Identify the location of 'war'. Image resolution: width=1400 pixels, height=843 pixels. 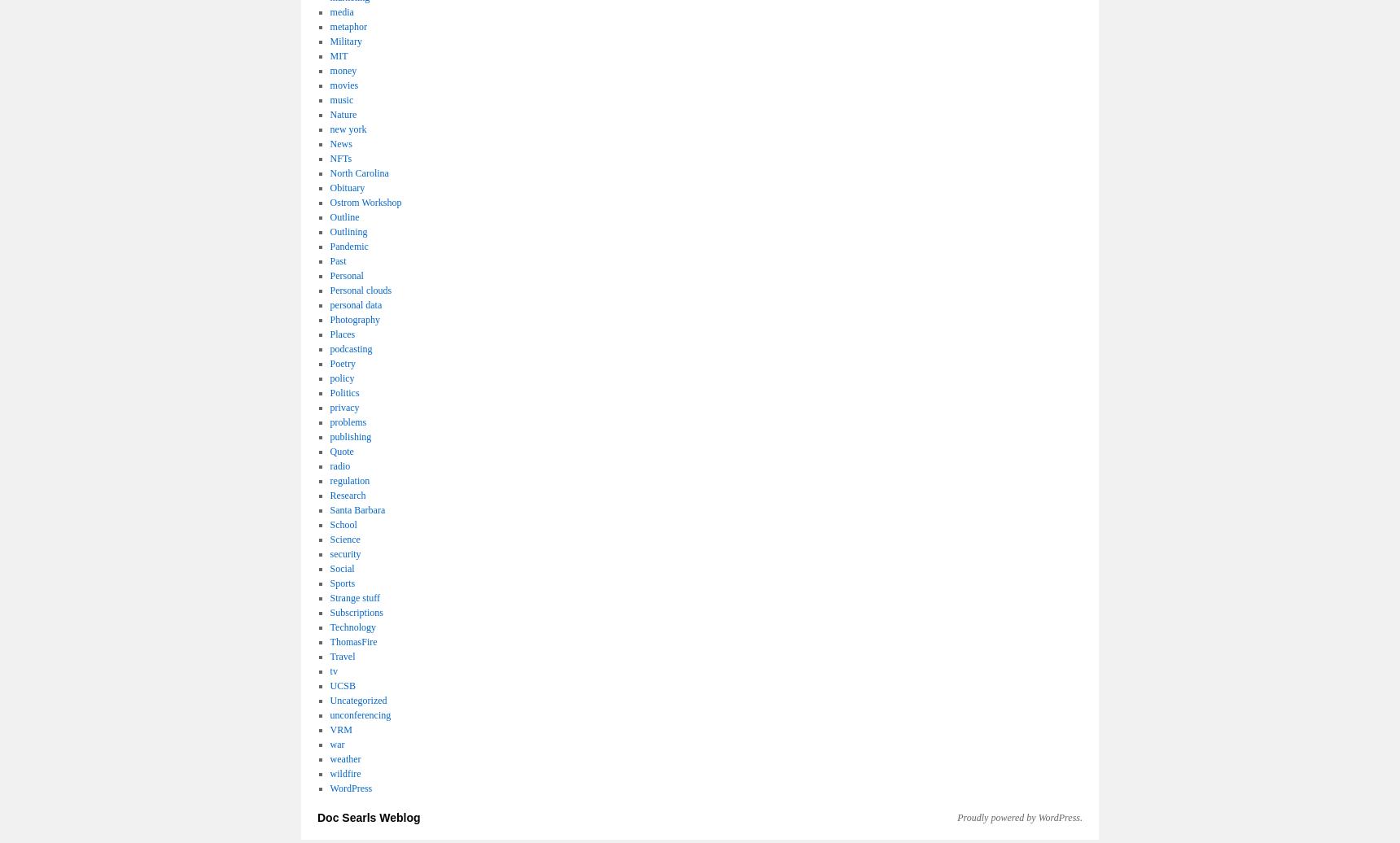
(330, 743).